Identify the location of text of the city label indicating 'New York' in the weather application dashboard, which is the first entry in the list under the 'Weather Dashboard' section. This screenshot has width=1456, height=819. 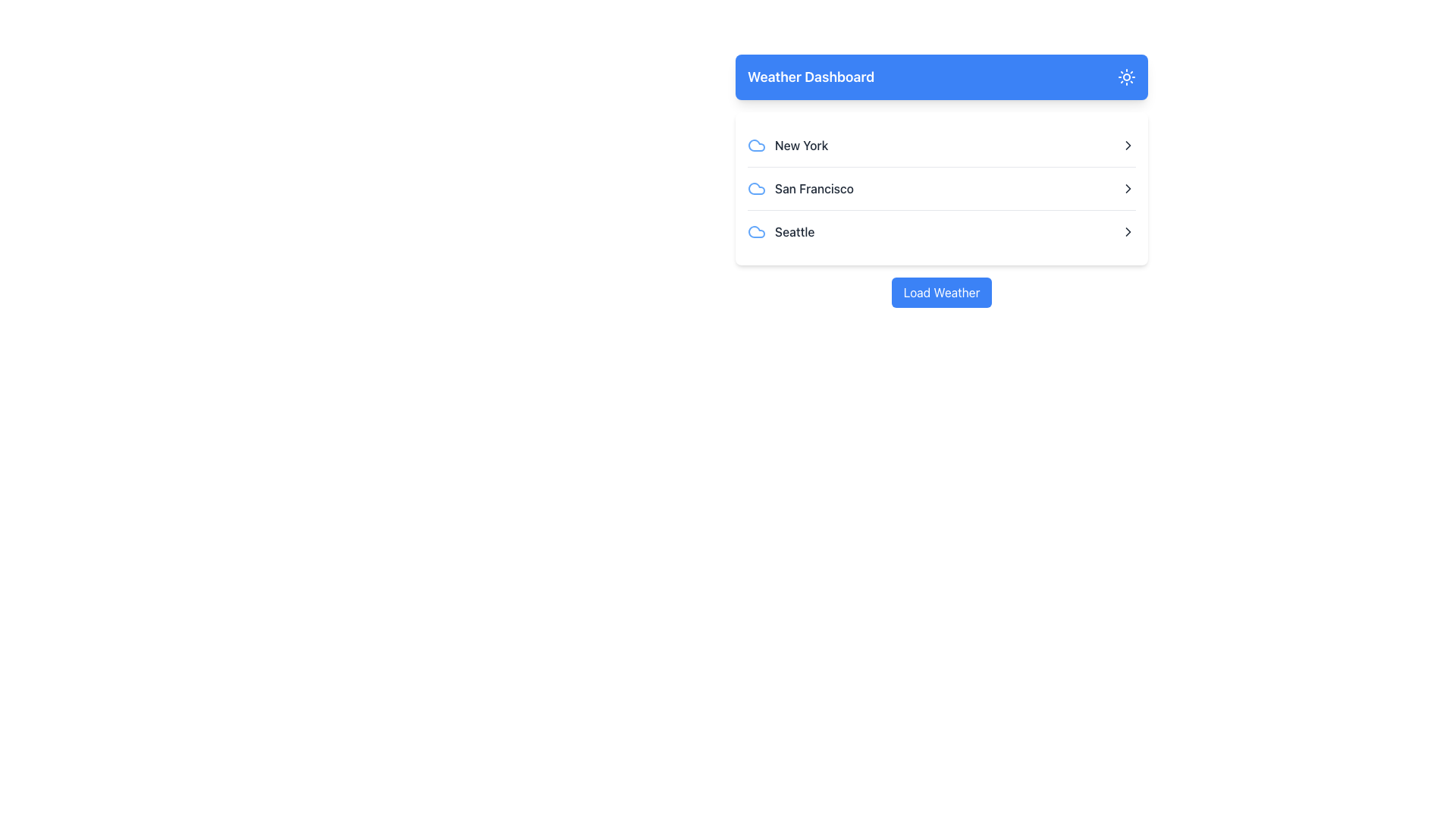
(801, 146).